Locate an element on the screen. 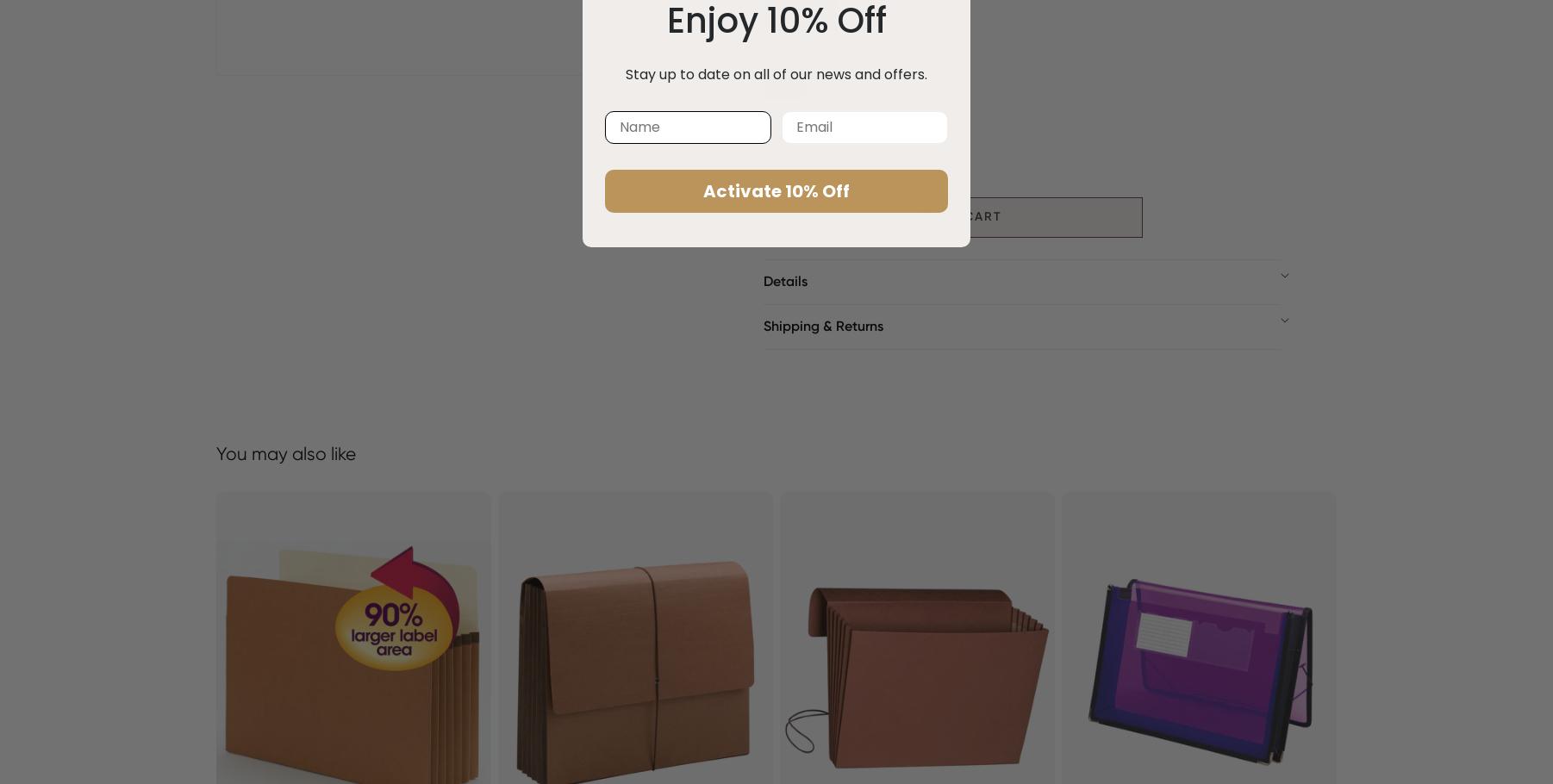 This screenshot has width=1553, height=784. 'Size: Letter' is located at coordinates (797, 414).